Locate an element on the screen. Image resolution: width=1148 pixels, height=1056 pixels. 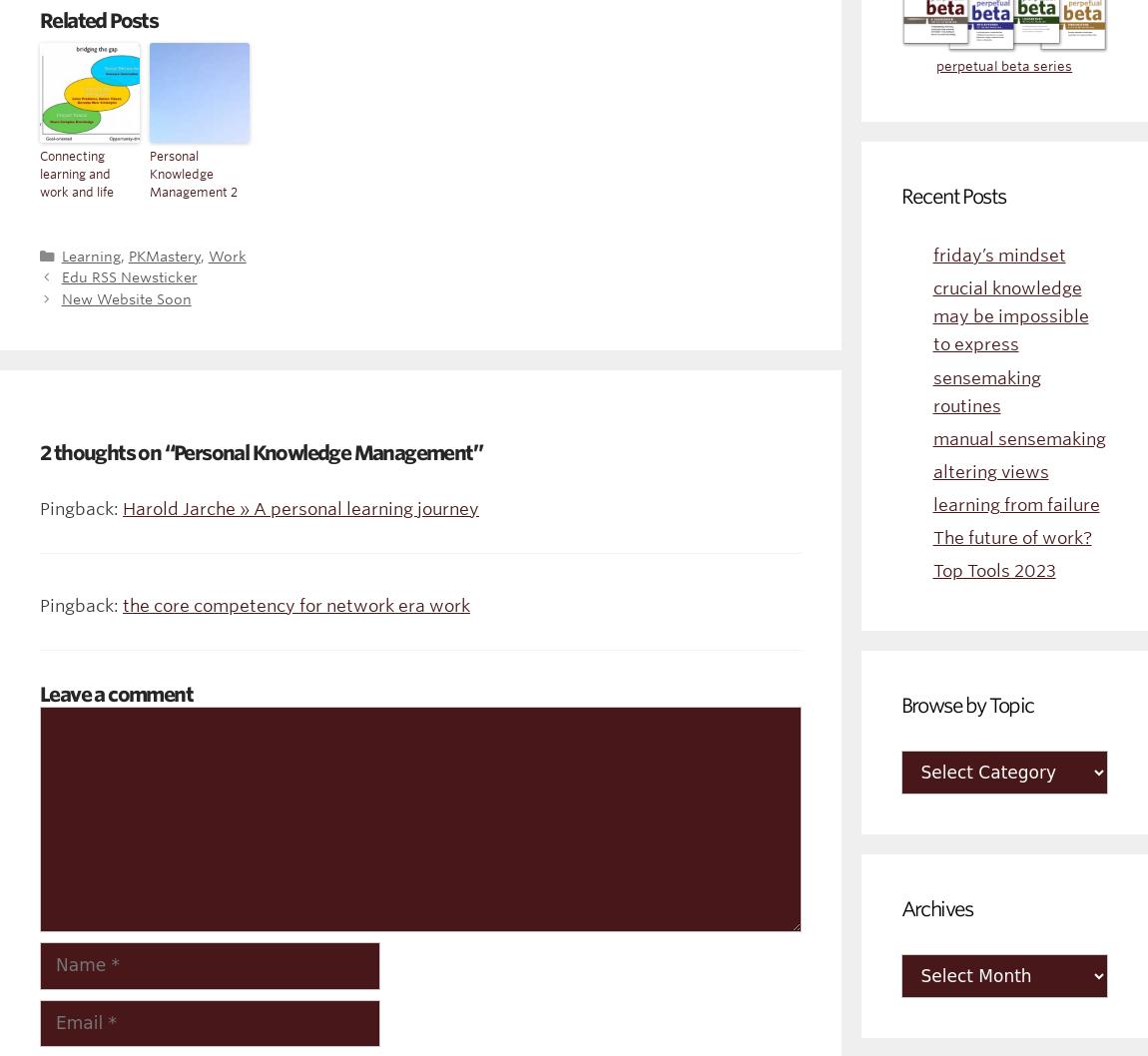
'Harold Jarche » A personal learning journey' is located at coordinates (122, 507).